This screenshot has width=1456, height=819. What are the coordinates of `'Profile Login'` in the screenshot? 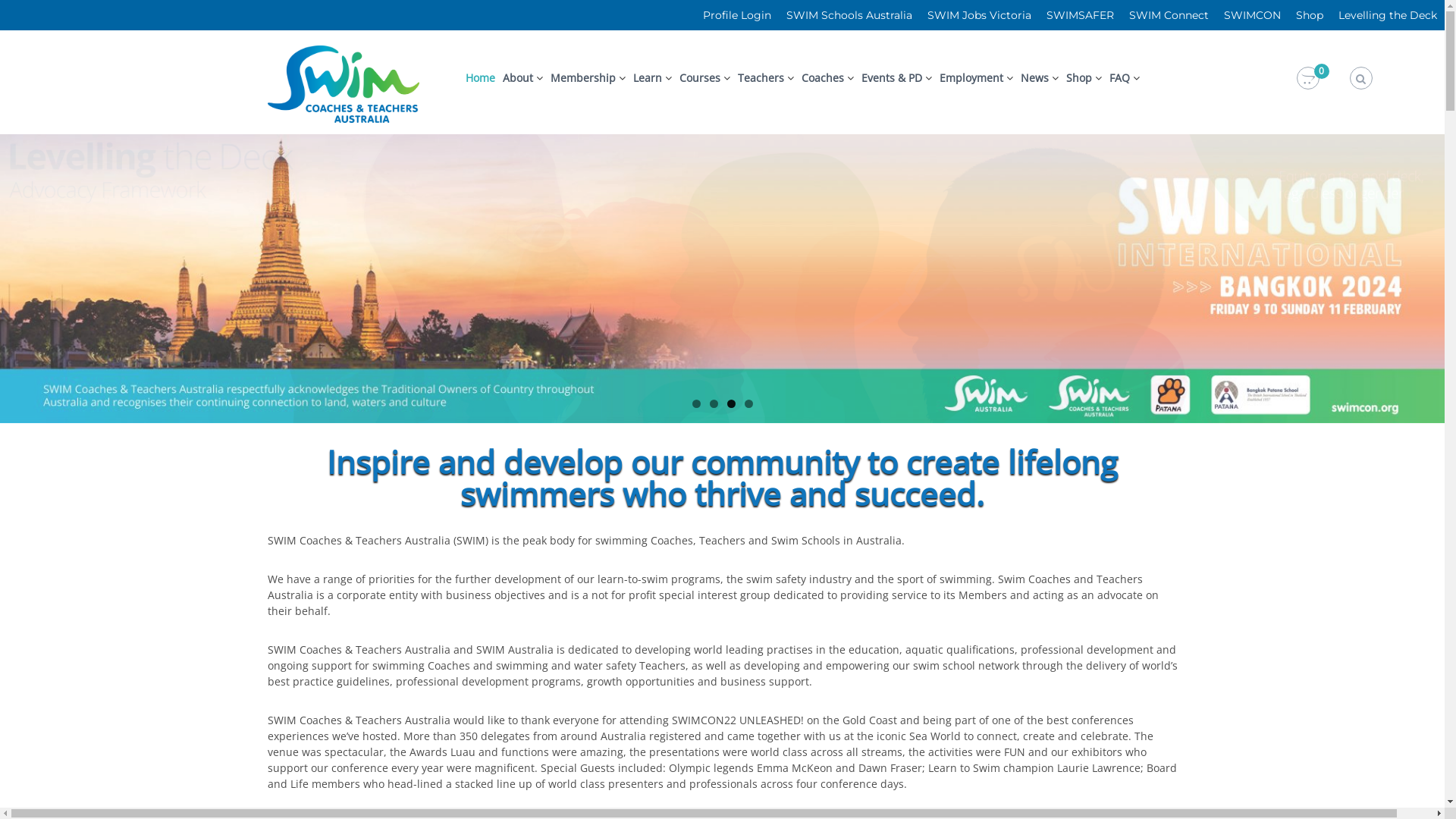 It's located at (736, 14).